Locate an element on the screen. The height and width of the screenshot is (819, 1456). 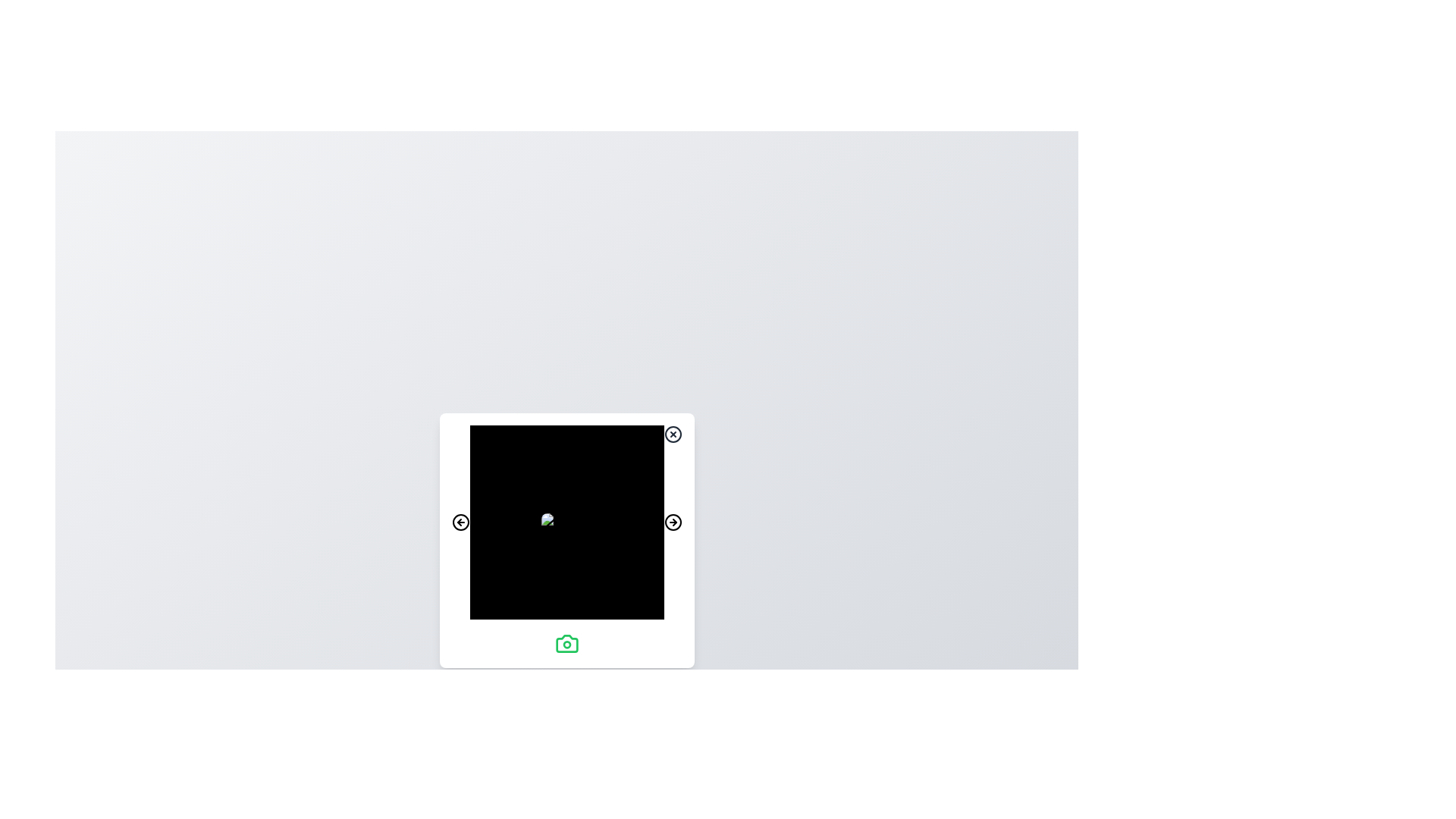
the circle with a thin black outline located at the top-right corner of the square-shaped group, which is centered at the bottom part of the interface is located at coordinates (672, 435).